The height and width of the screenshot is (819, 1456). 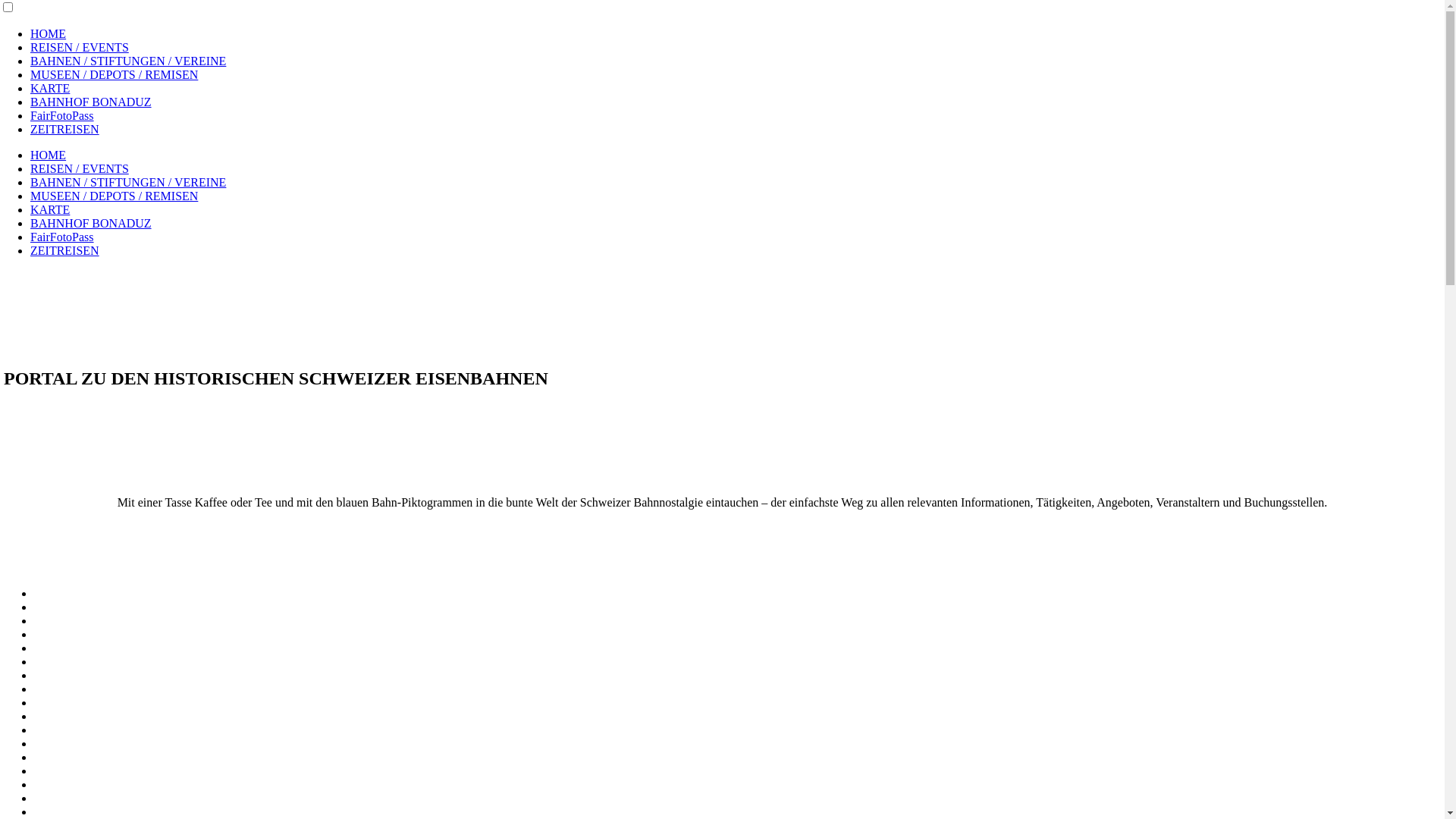 I want to click on 'HOME', so click(x=30, y=155).